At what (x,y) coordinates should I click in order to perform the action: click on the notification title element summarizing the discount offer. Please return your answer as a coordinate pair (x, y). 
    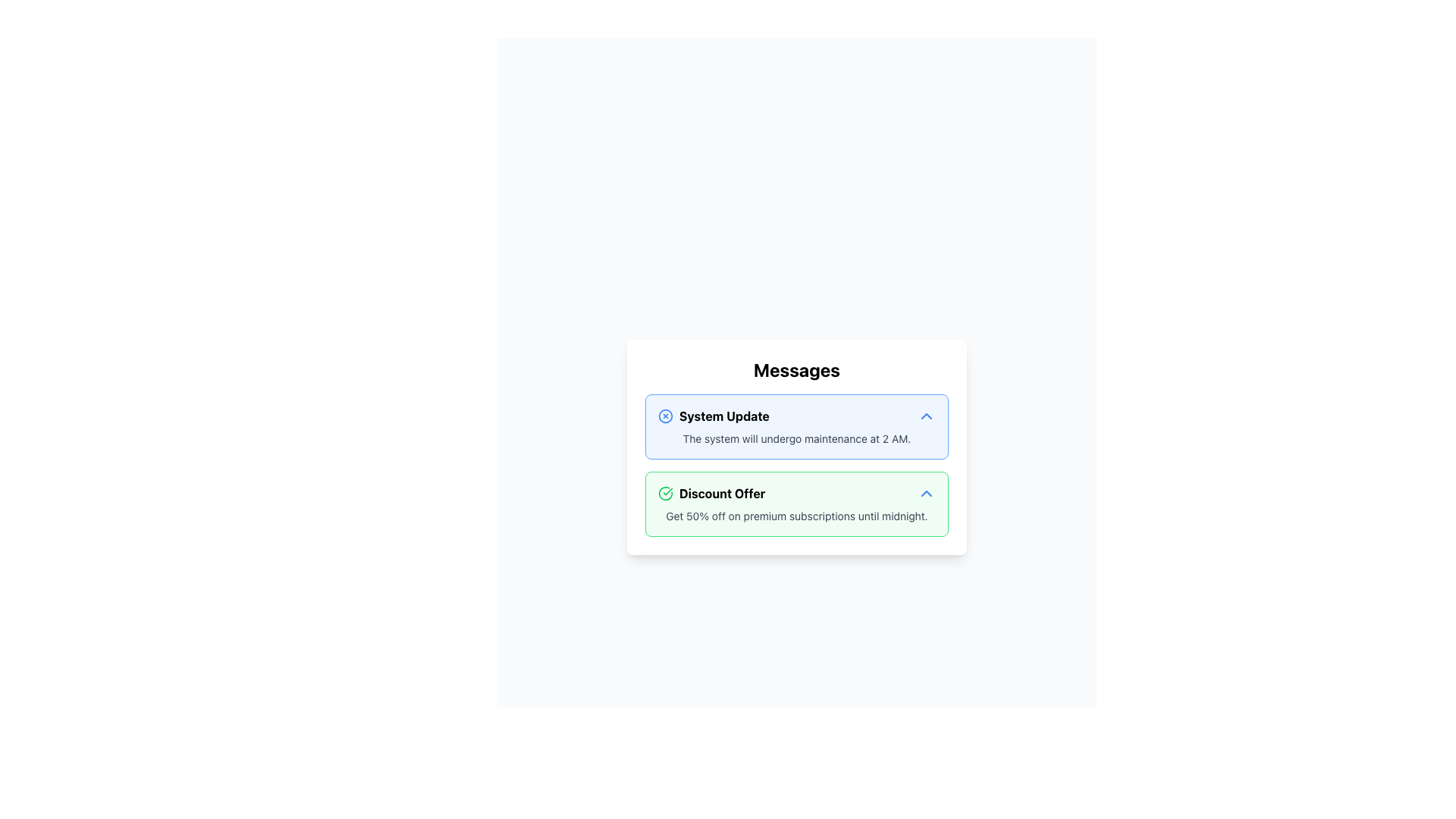
    Looking at the image, I should click on (711, 494).